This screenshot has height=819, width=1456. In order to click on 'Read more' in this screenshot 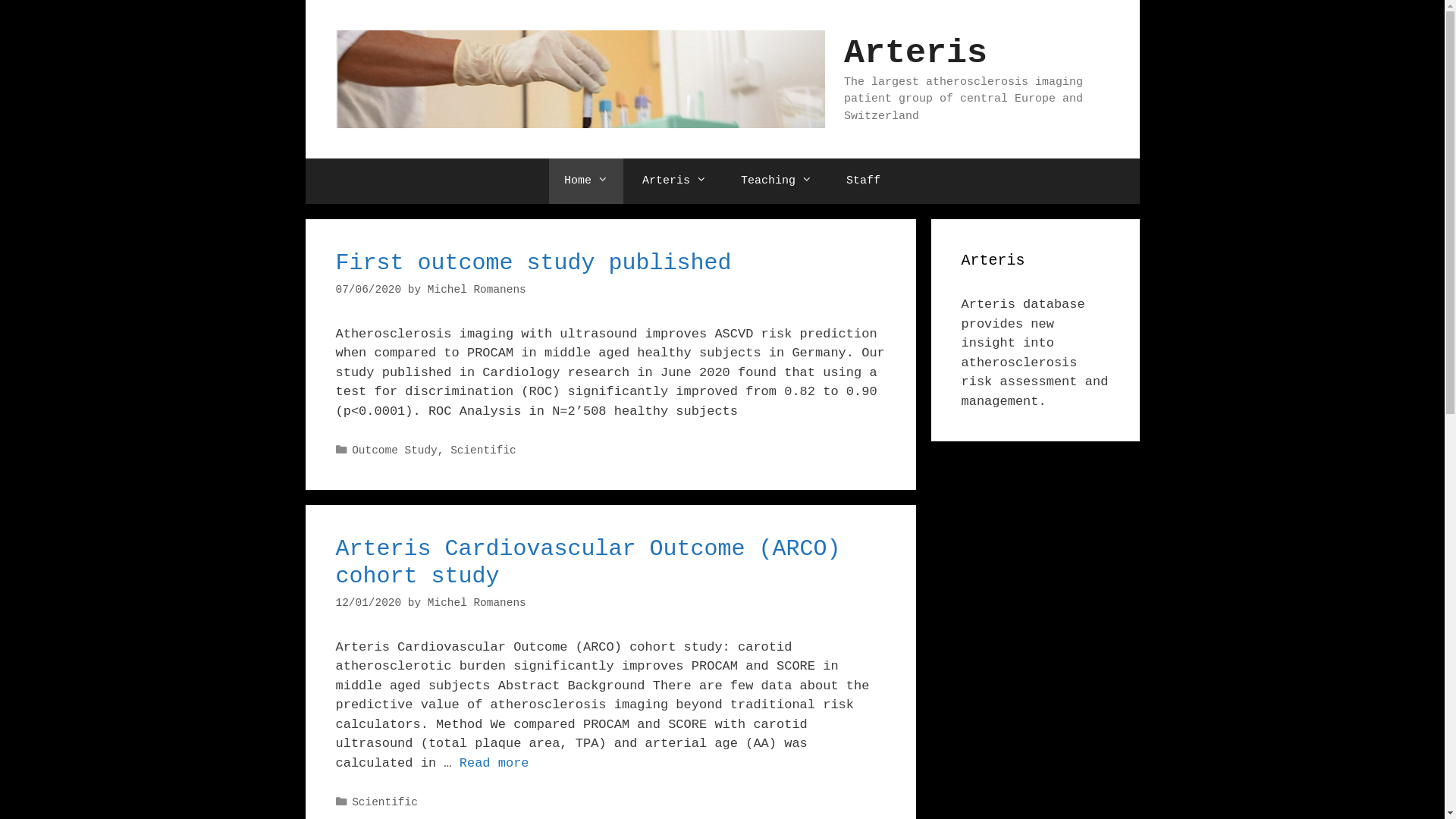, I will do `click(458, 763)`.